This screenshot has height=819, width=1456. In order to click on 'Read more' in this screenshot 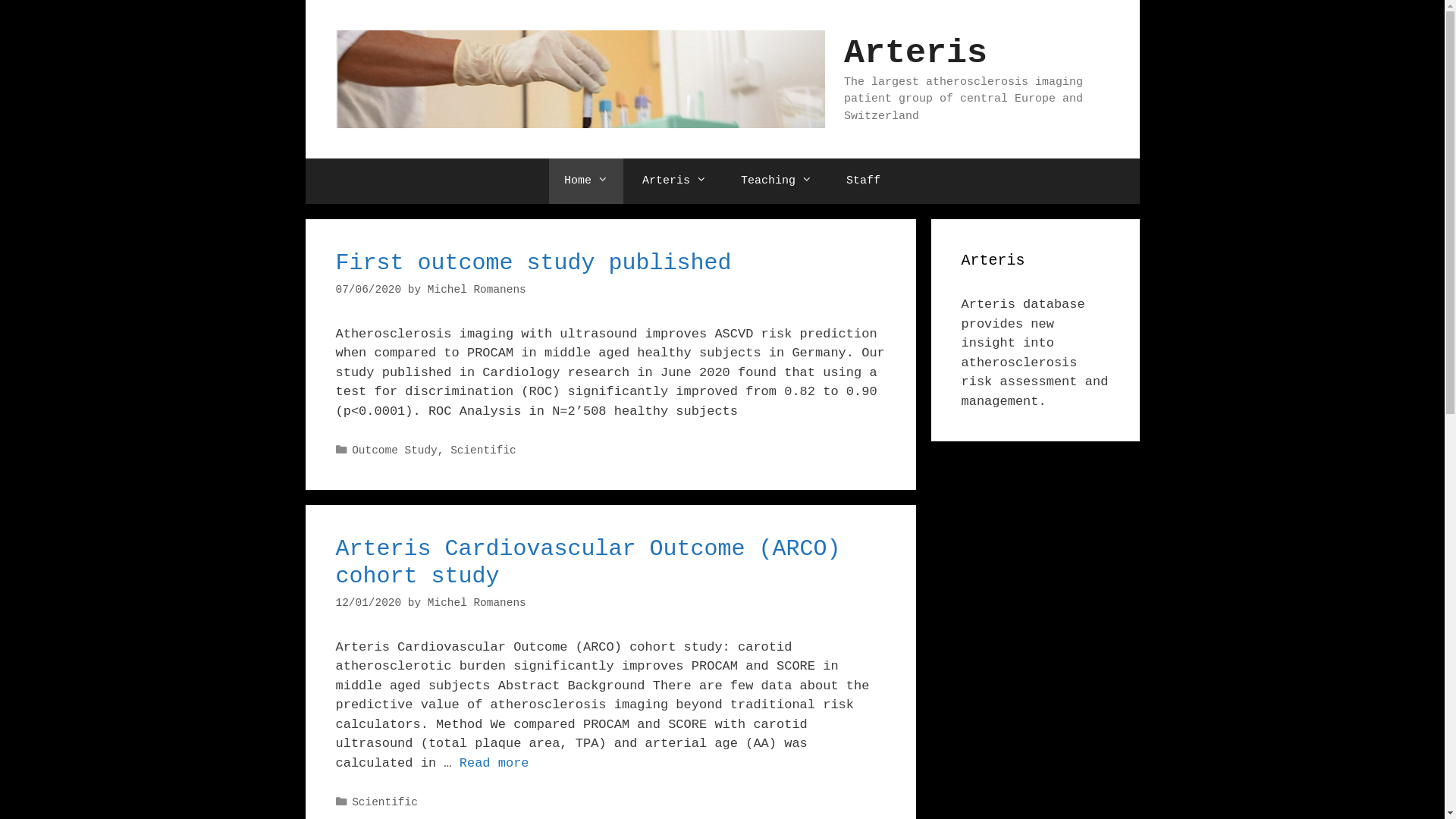, I will do `click(458, 763)`.